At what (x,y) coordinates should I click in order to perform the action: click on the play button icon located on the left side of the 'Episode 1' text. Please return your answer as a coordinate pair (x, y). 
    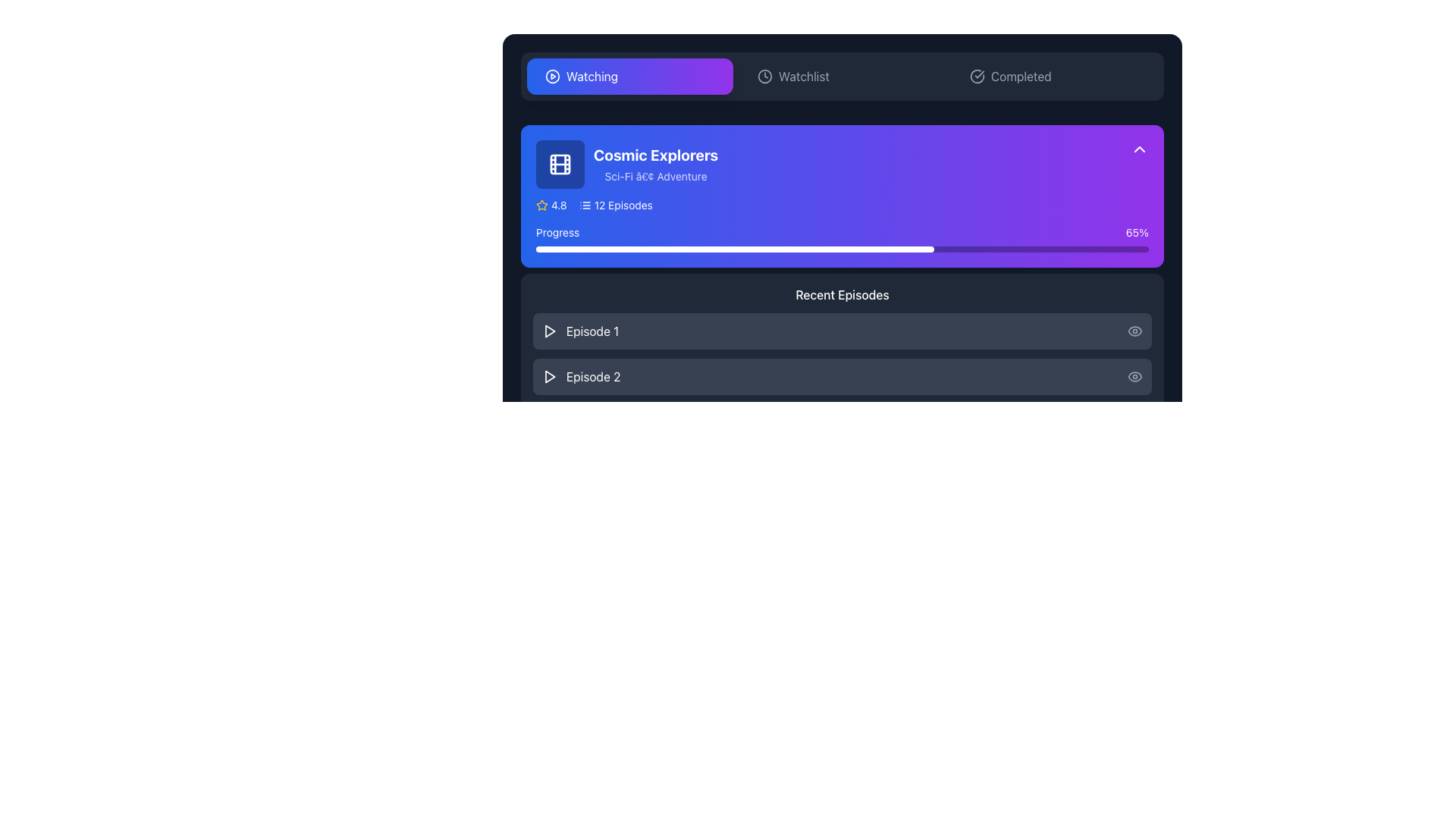
    Looking at the image, I should click on (548, 330).